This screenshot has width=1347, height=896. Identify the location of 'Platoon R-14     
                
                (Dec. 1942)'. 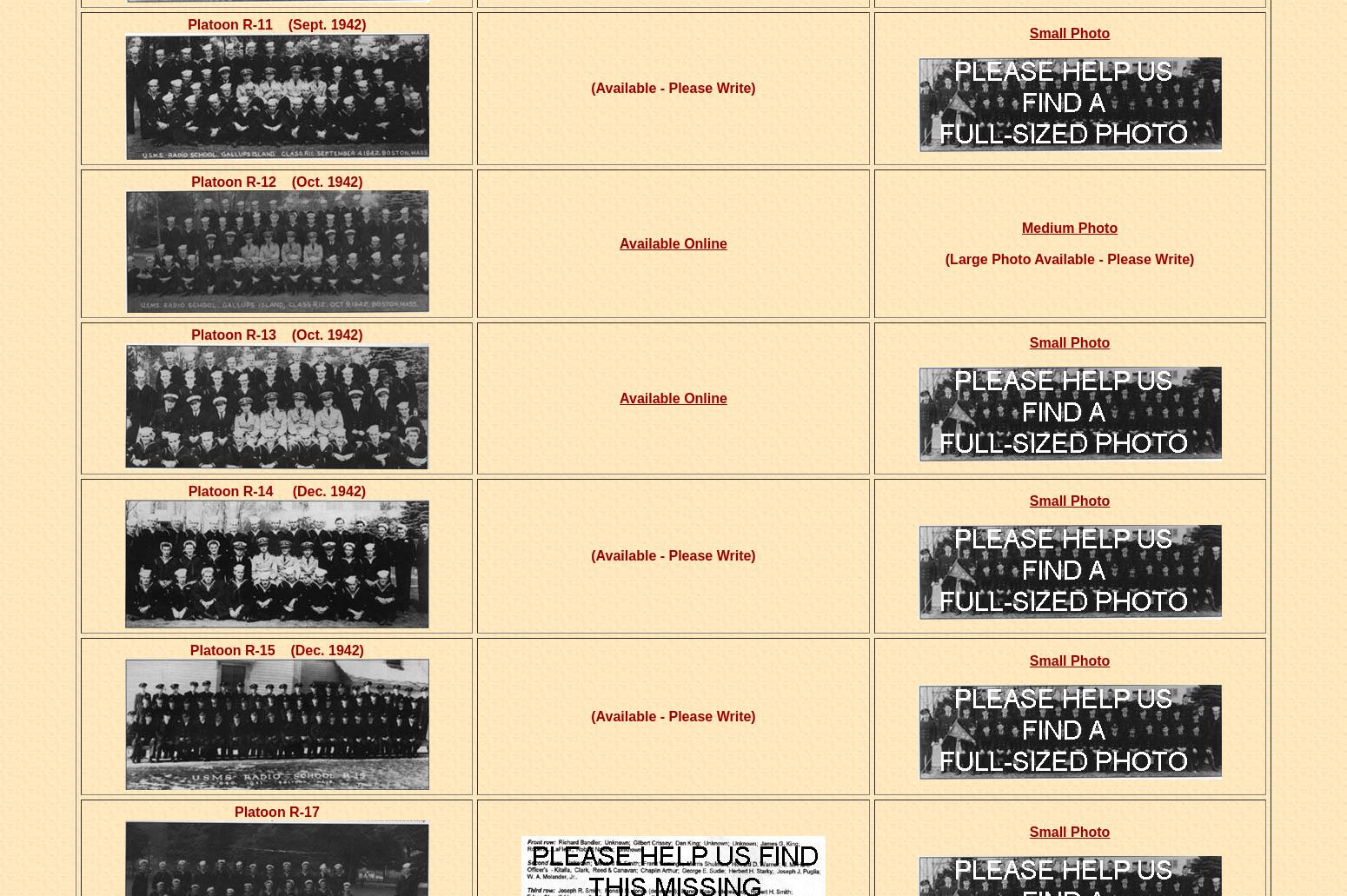
(275, 490).